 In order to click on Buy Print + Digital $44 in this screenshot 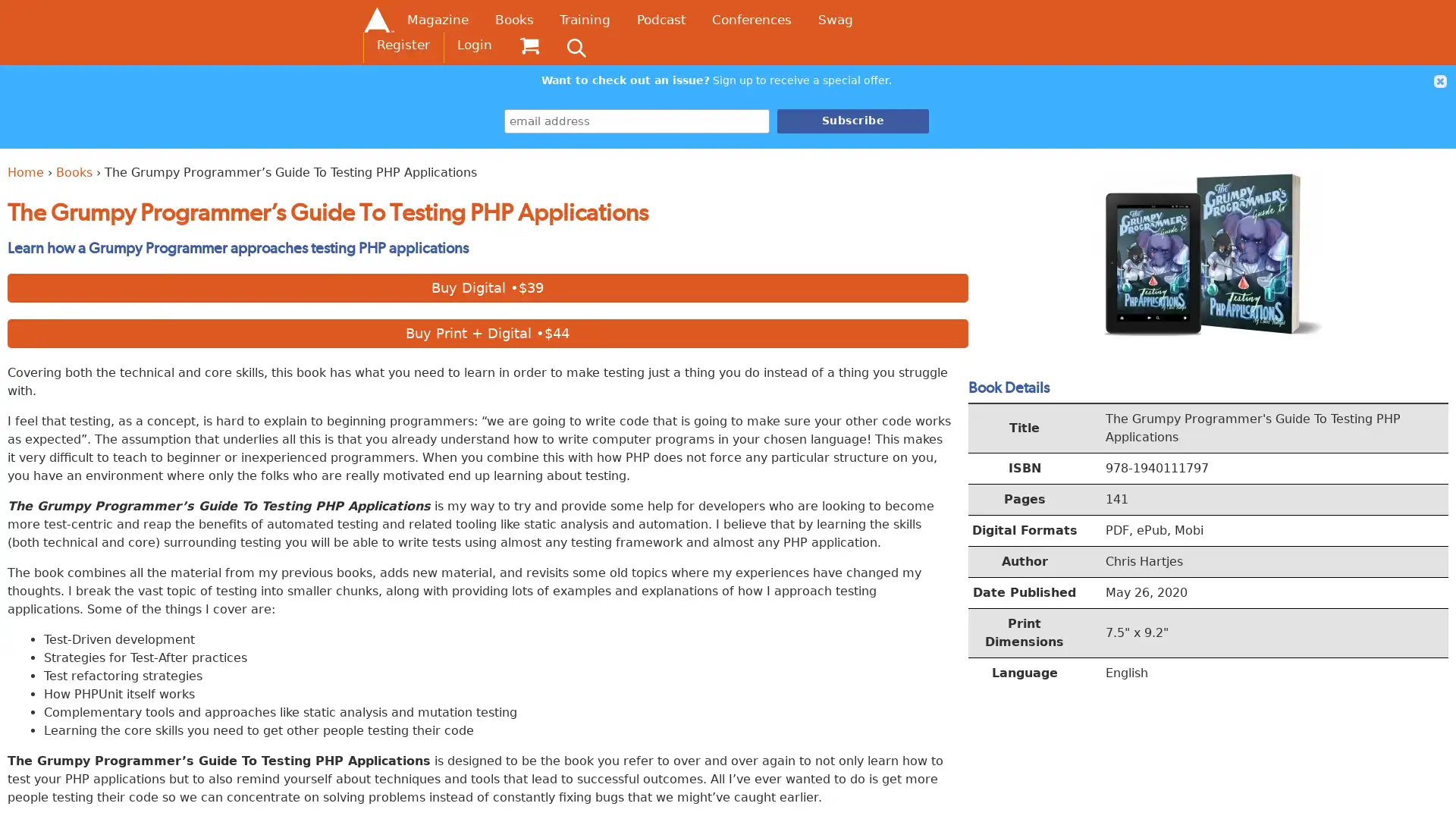, I will do `click(488, 332)`.